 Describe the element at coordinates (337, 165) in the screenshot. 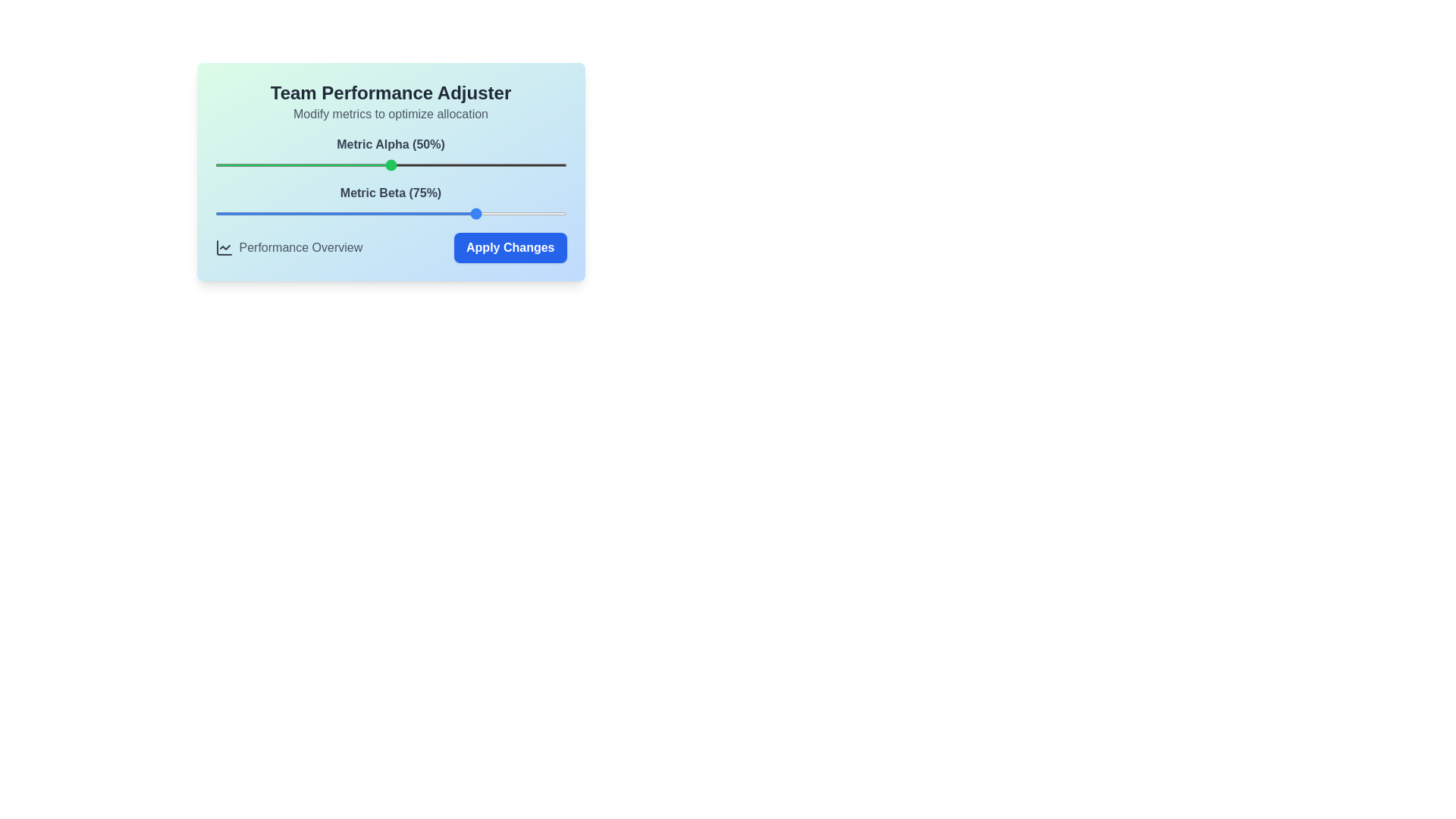

I see `the Metric Alpha slider to set its value to 35` at that location.